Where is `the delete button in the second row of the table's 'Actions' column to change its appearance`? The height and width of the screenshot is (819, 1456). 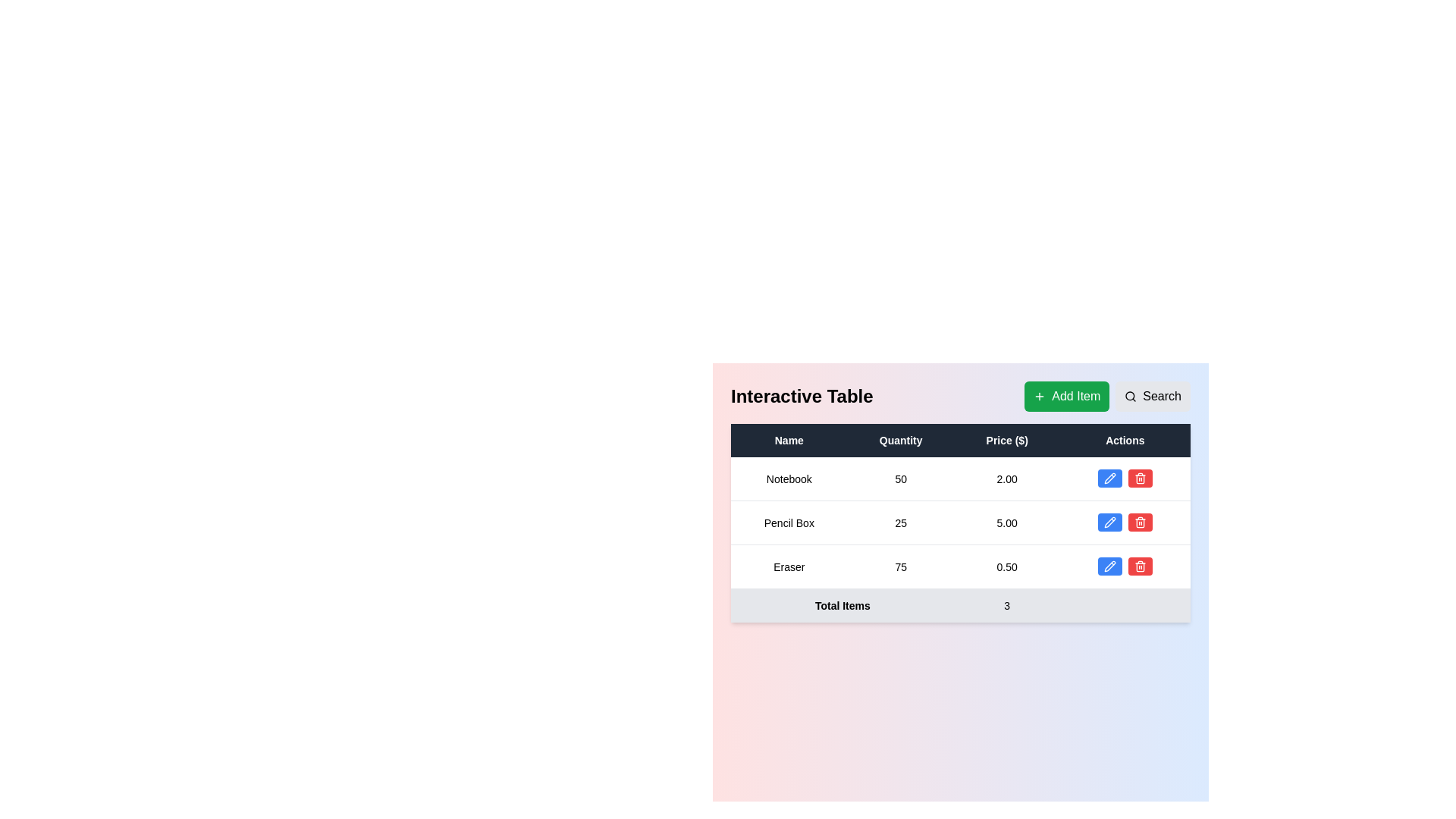 the delete button in the second row of the table's 'Actions' column to change its appearance is located at coordinates (1140, 522).